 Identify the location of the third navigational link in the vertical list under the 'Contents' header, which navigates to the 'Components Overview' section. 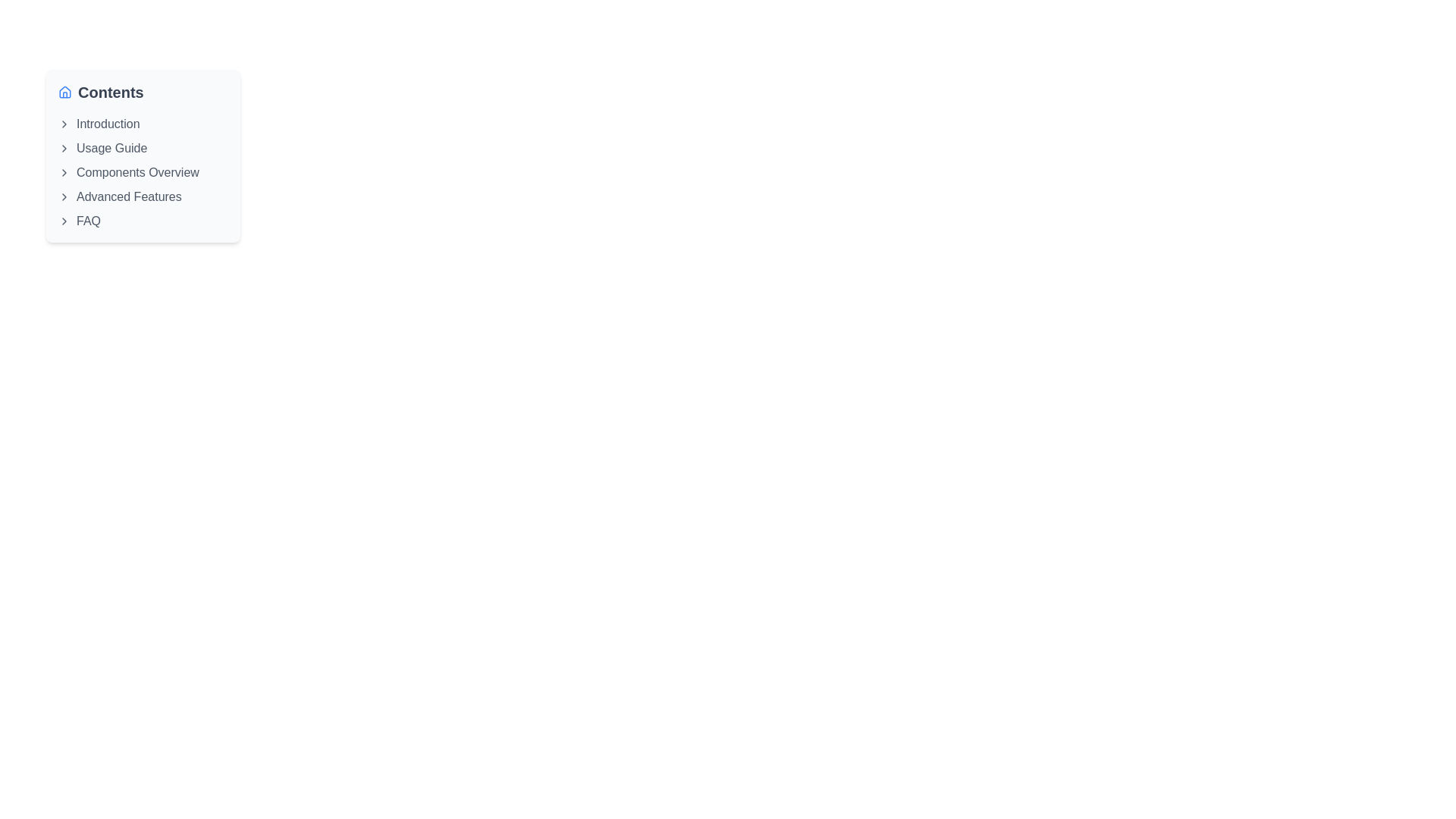
(143, 171).